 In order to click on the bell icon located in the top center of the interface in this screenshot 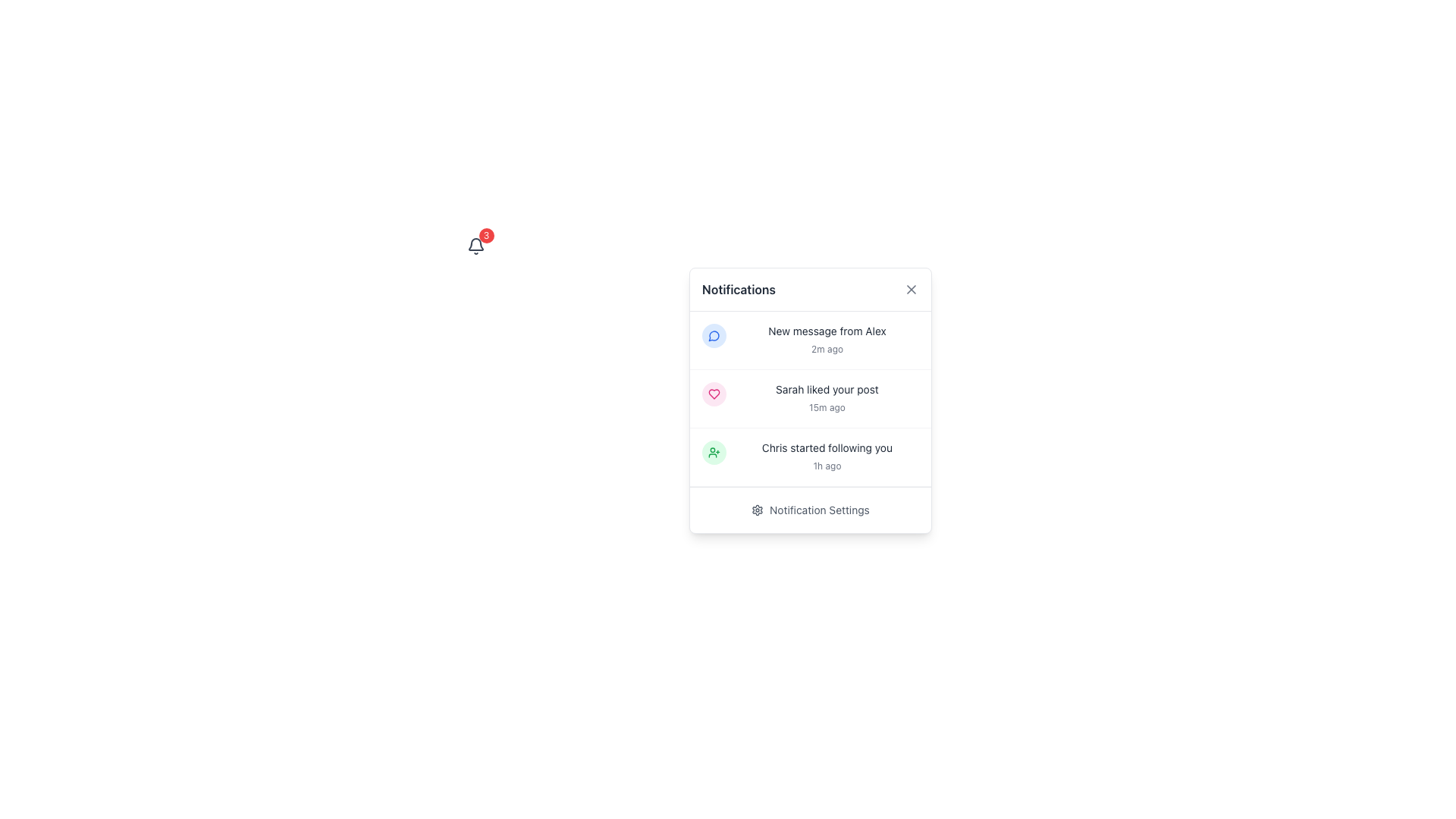, I will do `click(475, 245)`.